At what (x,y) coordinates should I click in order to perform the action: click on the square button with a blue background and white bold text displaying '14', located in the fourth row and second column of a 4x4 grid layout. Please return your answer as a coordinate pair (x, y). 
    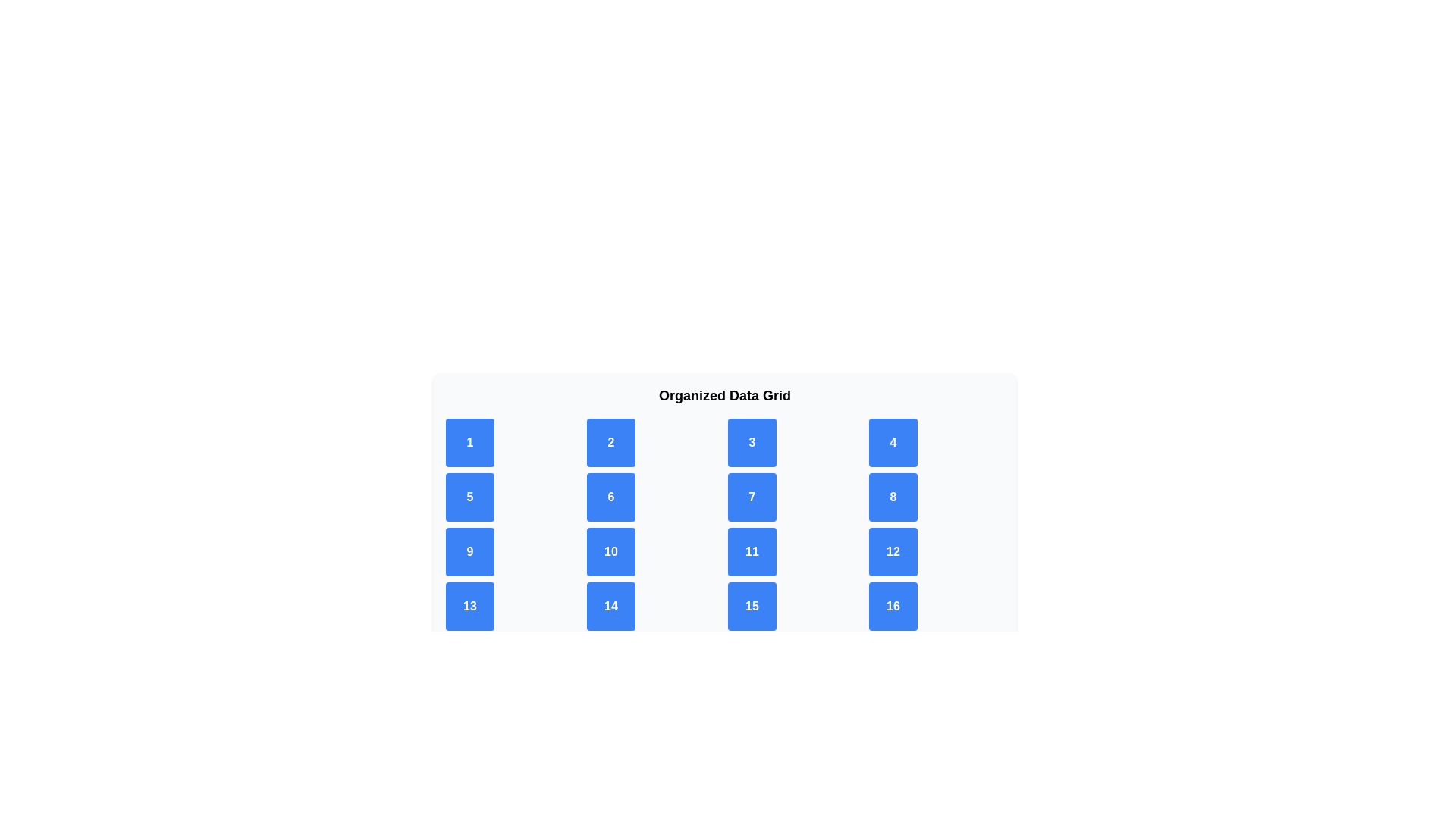
    Looking at the image, I should click on (611, 605).